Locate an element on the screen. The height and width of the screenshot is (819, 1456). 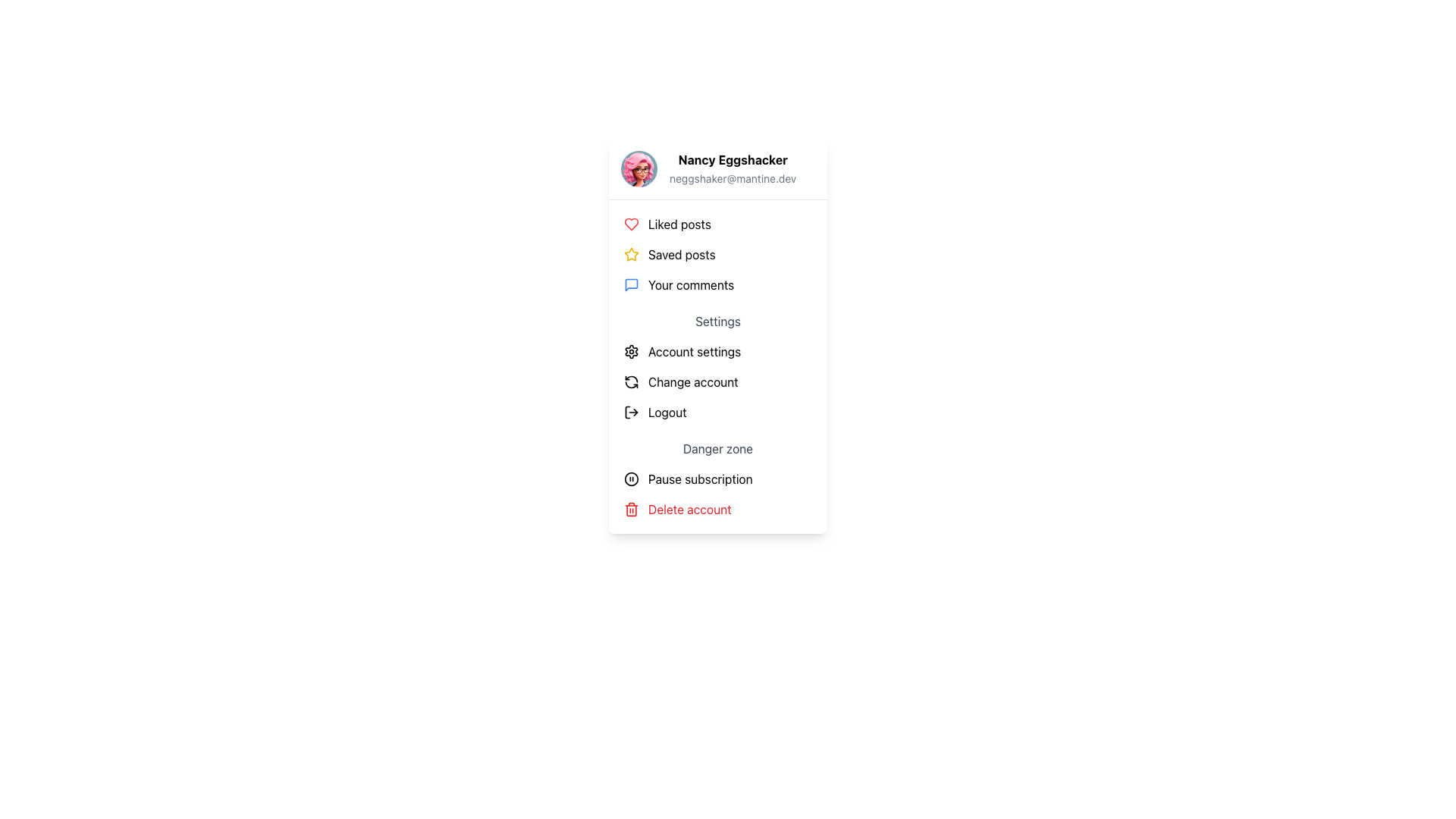
the text label that indicates the action to permanently delete the user's account, located under the 'Danger zone' section, following 'Pause subscription' is located at coordinates (689, 509).